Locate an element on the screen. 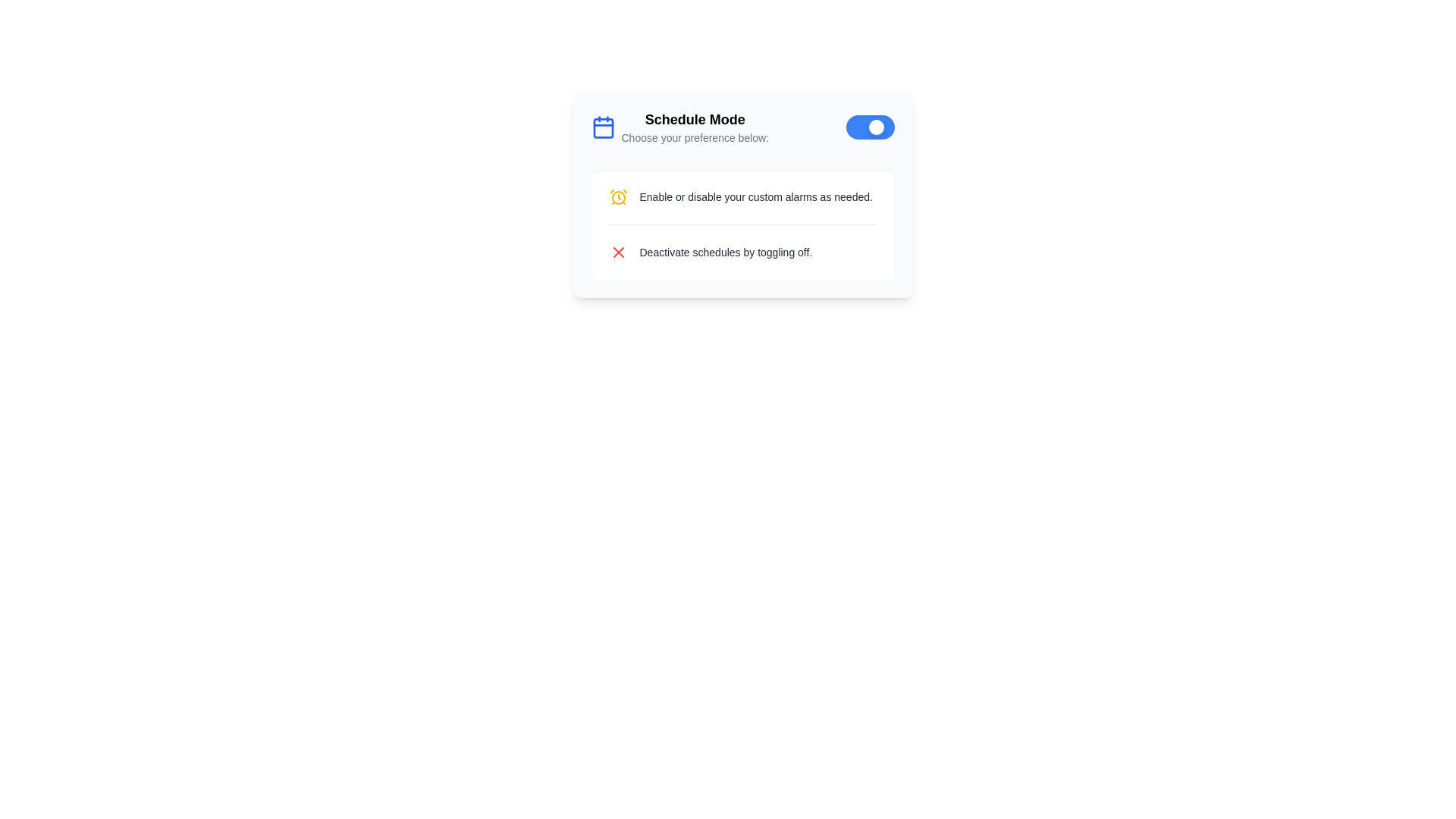  the scheduling icon located in the top-left corner of the 'Schedule Mode' section, which is to the left of the large text 'Schedule Mode' is located at coordinates (602, 127).